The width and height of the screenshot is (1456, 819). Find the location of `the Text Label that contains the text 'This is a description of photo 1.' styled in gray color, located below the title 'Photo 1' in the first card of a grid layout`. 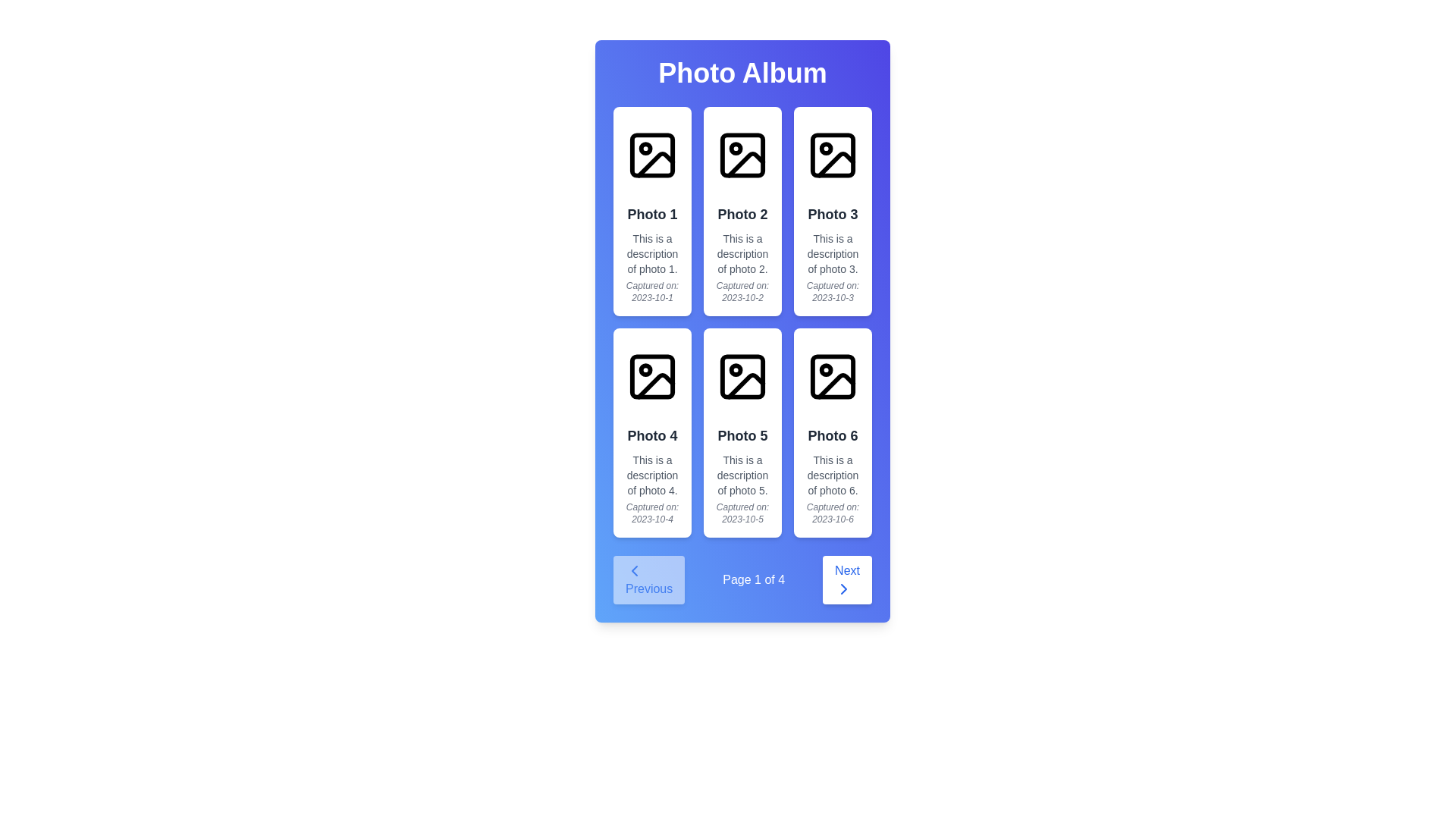

the Text Label that contains the text 'This is a description of photo 1.' styled in gray color, located below the title 'Photo 1' in the first card of a grid layout is located at coordinates (652, 253).